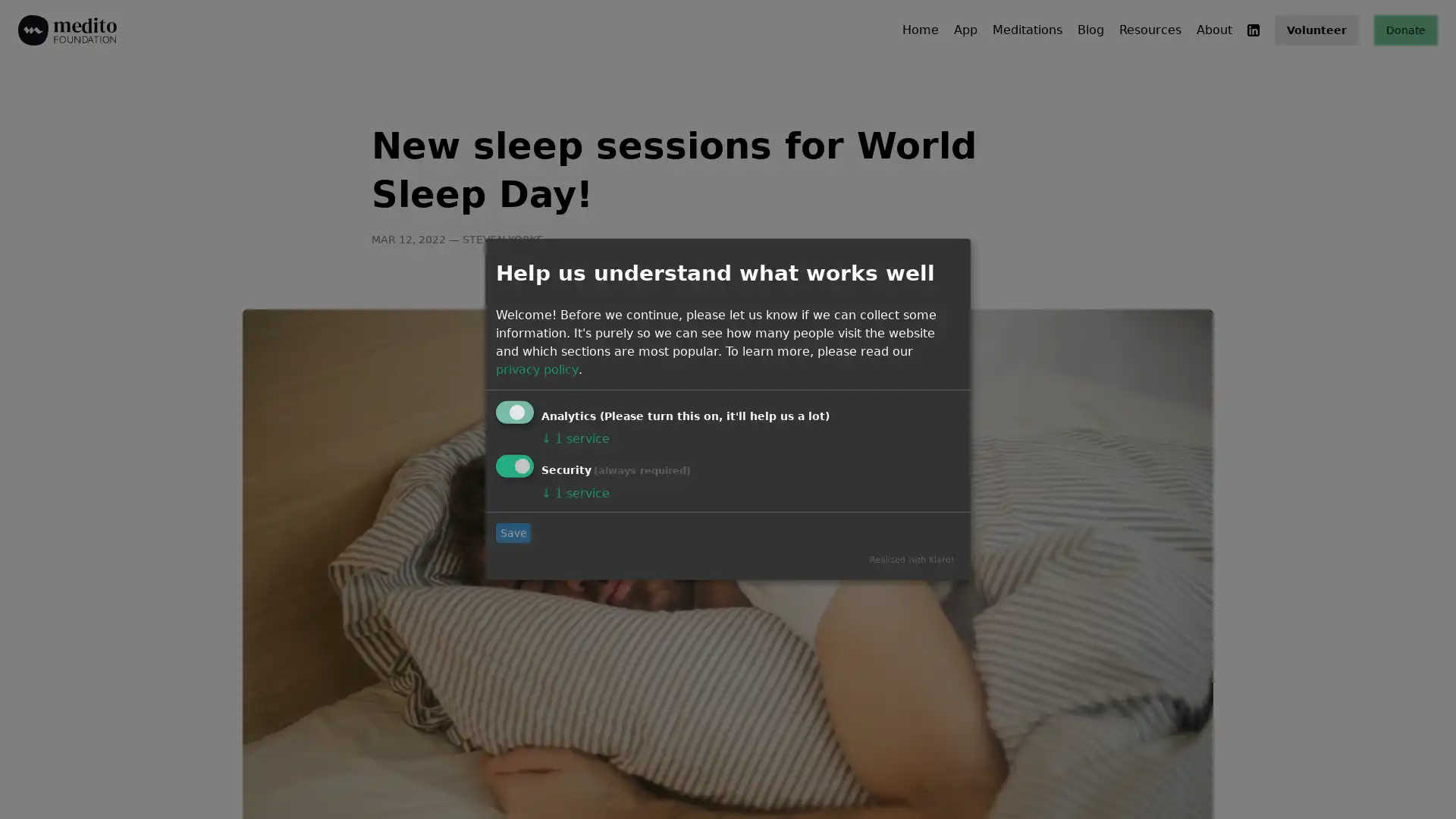  I want to click on Volunteer, so click(1316, 30).